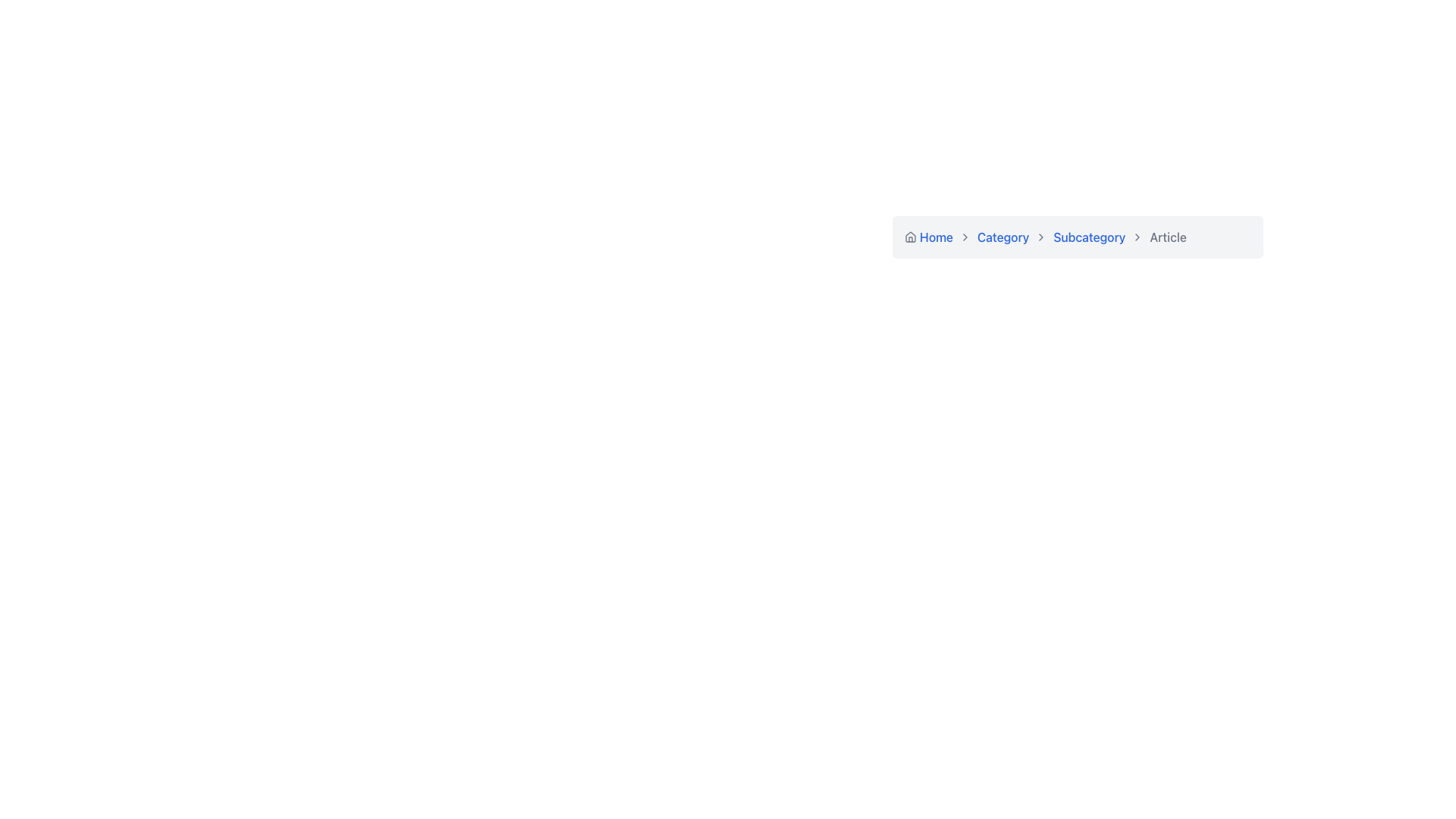 The height and width of the screenshot is (819, 1456). What do you see at coordinates (927, 237) in the screenshot?
I see `the first hyperlink in the breadcrumb navigation bar at the top middle of the UI` at bounding box center [927, 237].